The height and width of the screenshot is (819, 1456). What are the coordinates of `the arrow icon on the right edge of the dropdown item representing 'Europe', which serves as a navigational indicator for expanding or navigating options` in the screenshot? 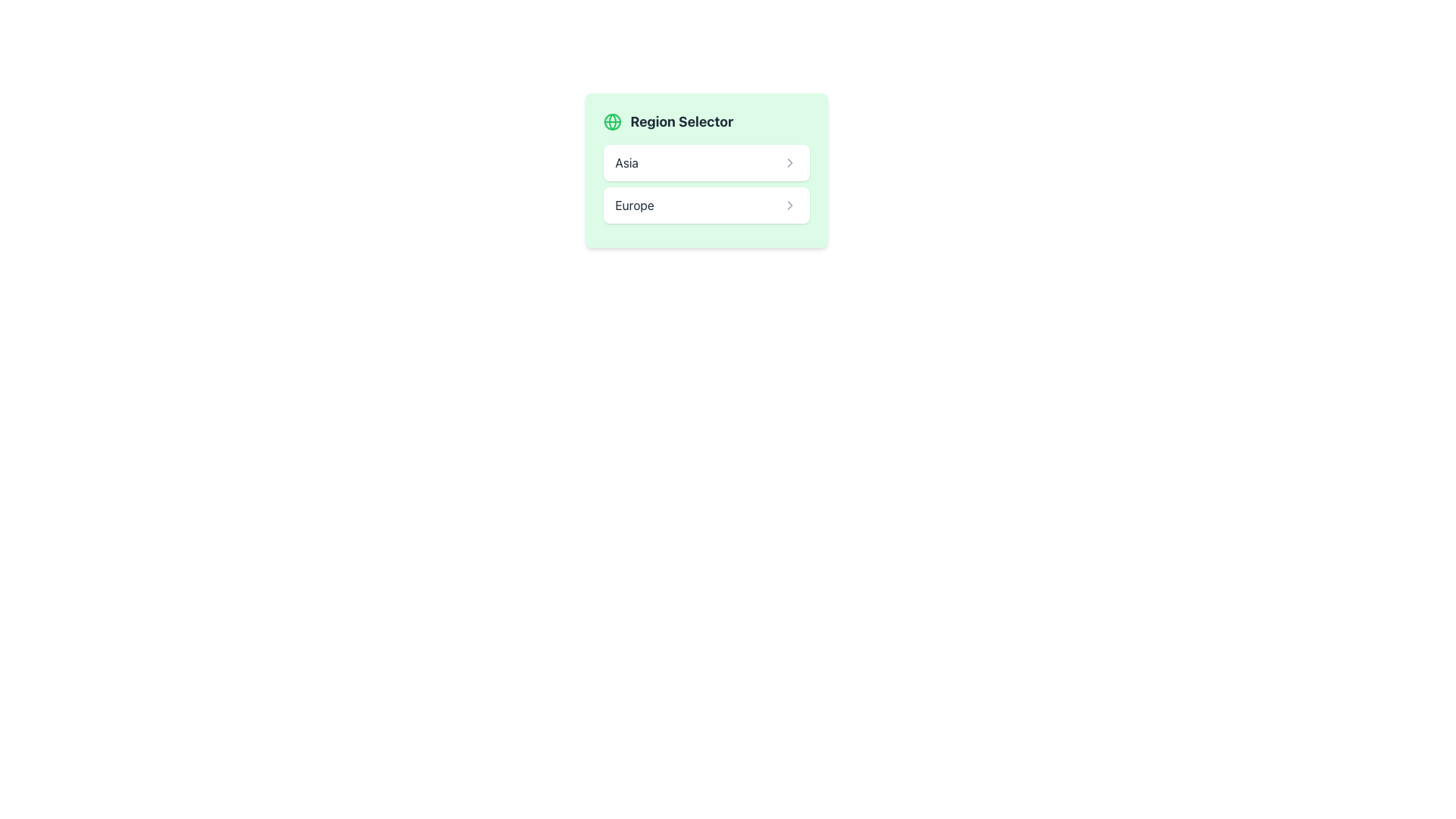 It's located at (789, 163).